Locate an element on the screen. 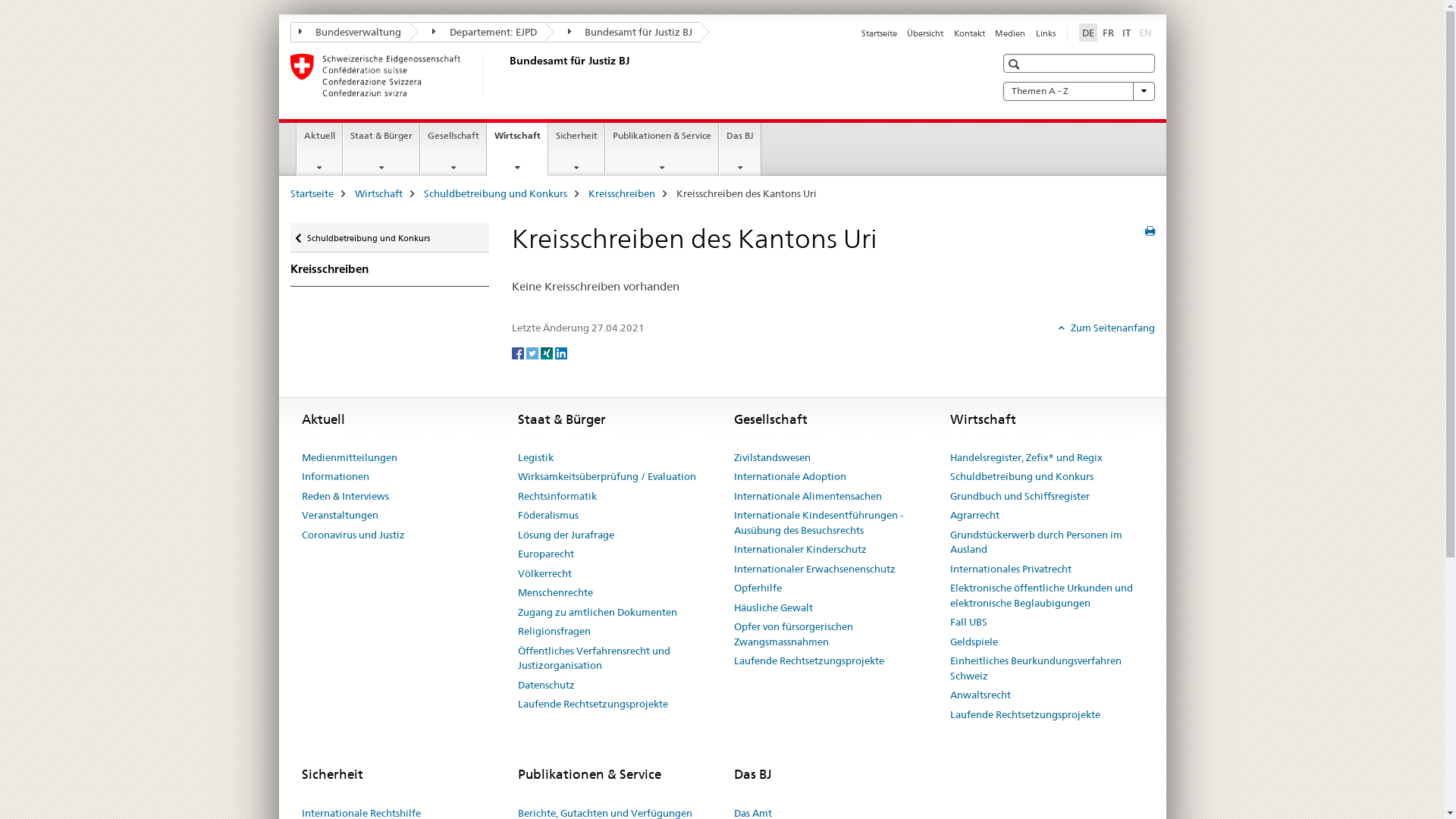  'Anwaltsrecht' is located at coordinates (979, 695).